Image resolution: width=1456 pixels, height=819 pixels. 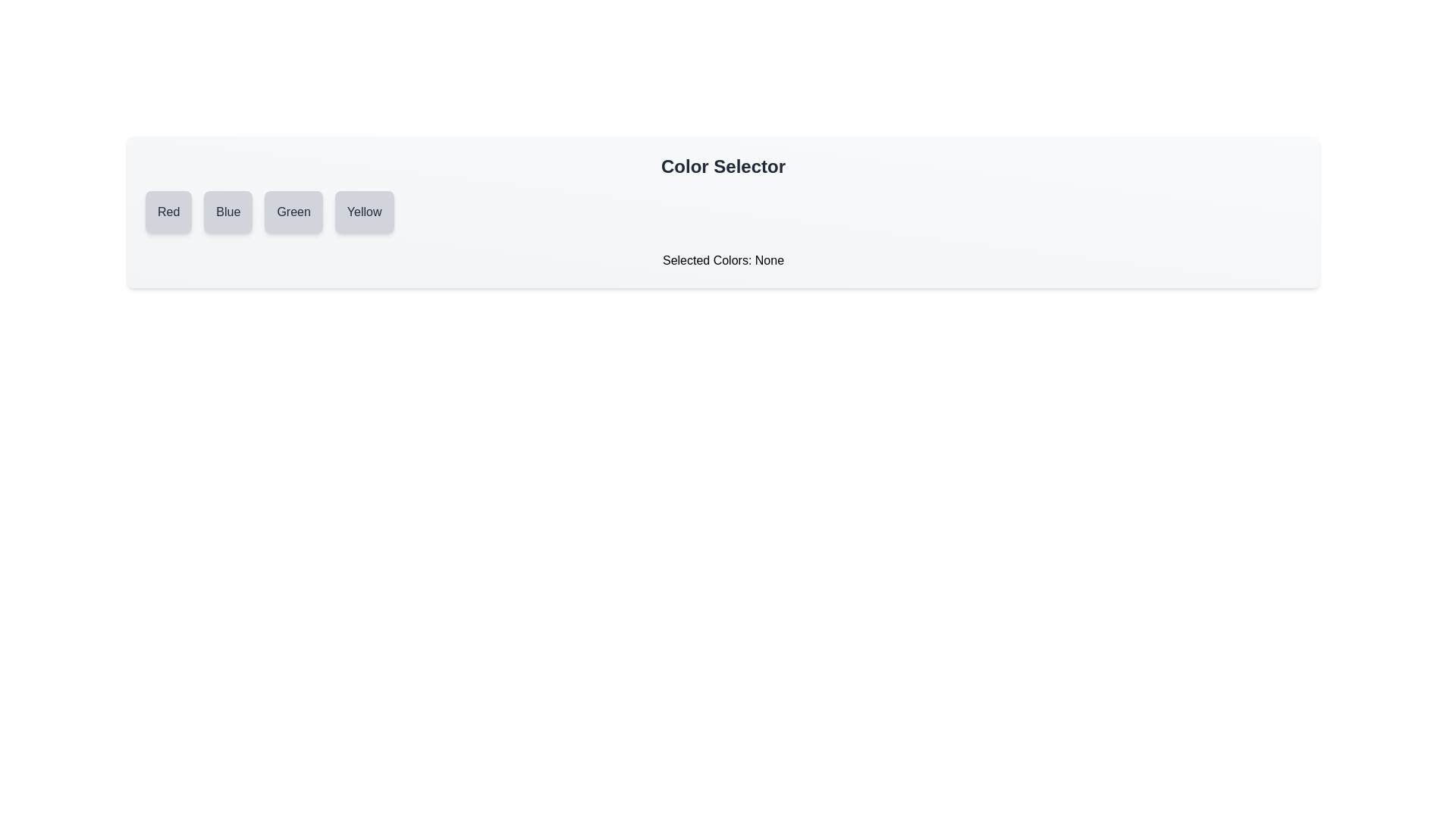 What do you see at coordinates (364, 212) in the screenshot?
I see `the color Yellow by clicking its button` at bounding box center [364, 212].